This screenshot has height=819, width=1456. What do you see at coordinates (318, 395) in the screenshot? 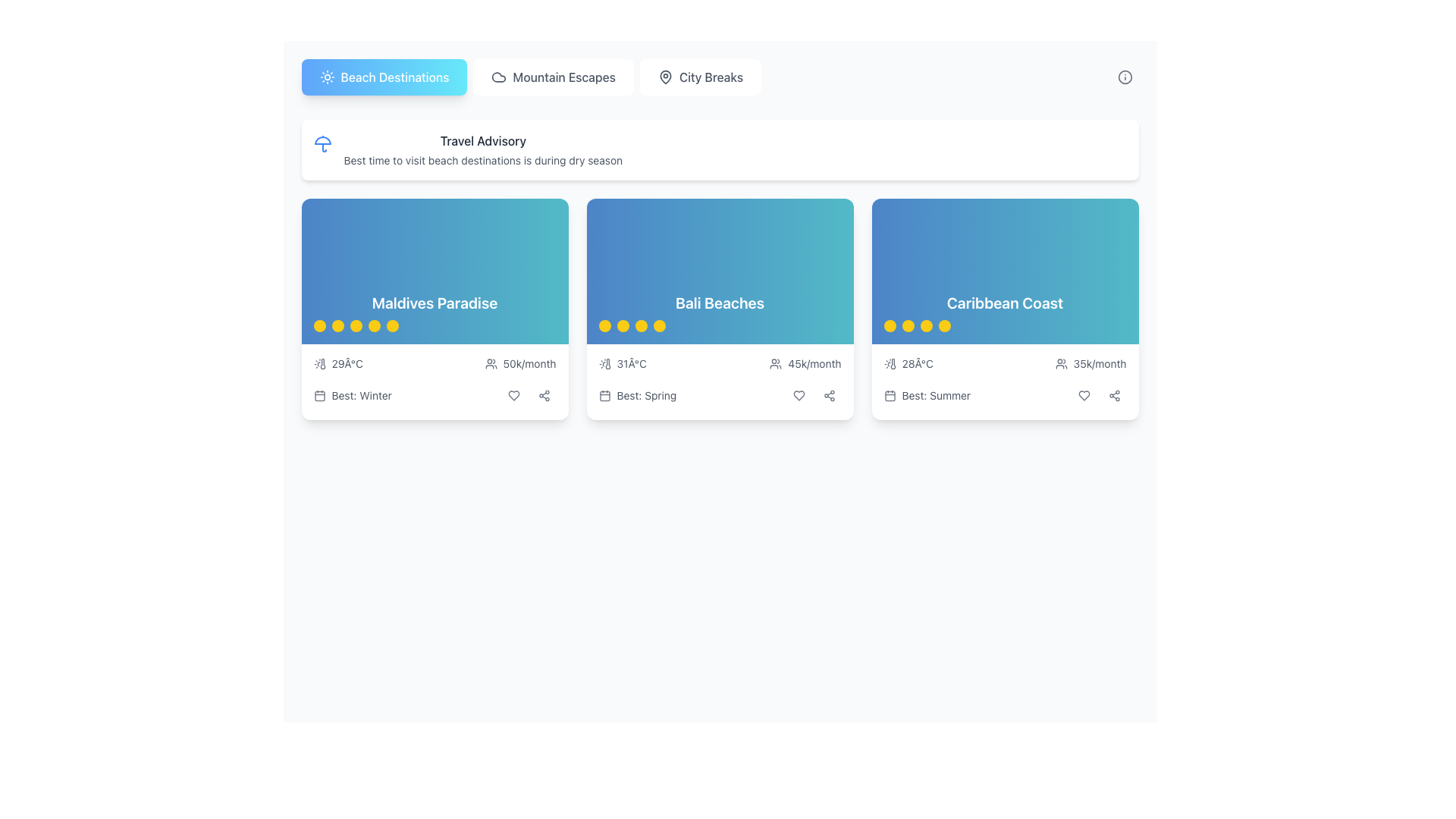
I see `the main rectangular area inside the calendar icon located below the 'Best' text in the card for 'Maldives Paradise'` at bounding box center [318, 395].